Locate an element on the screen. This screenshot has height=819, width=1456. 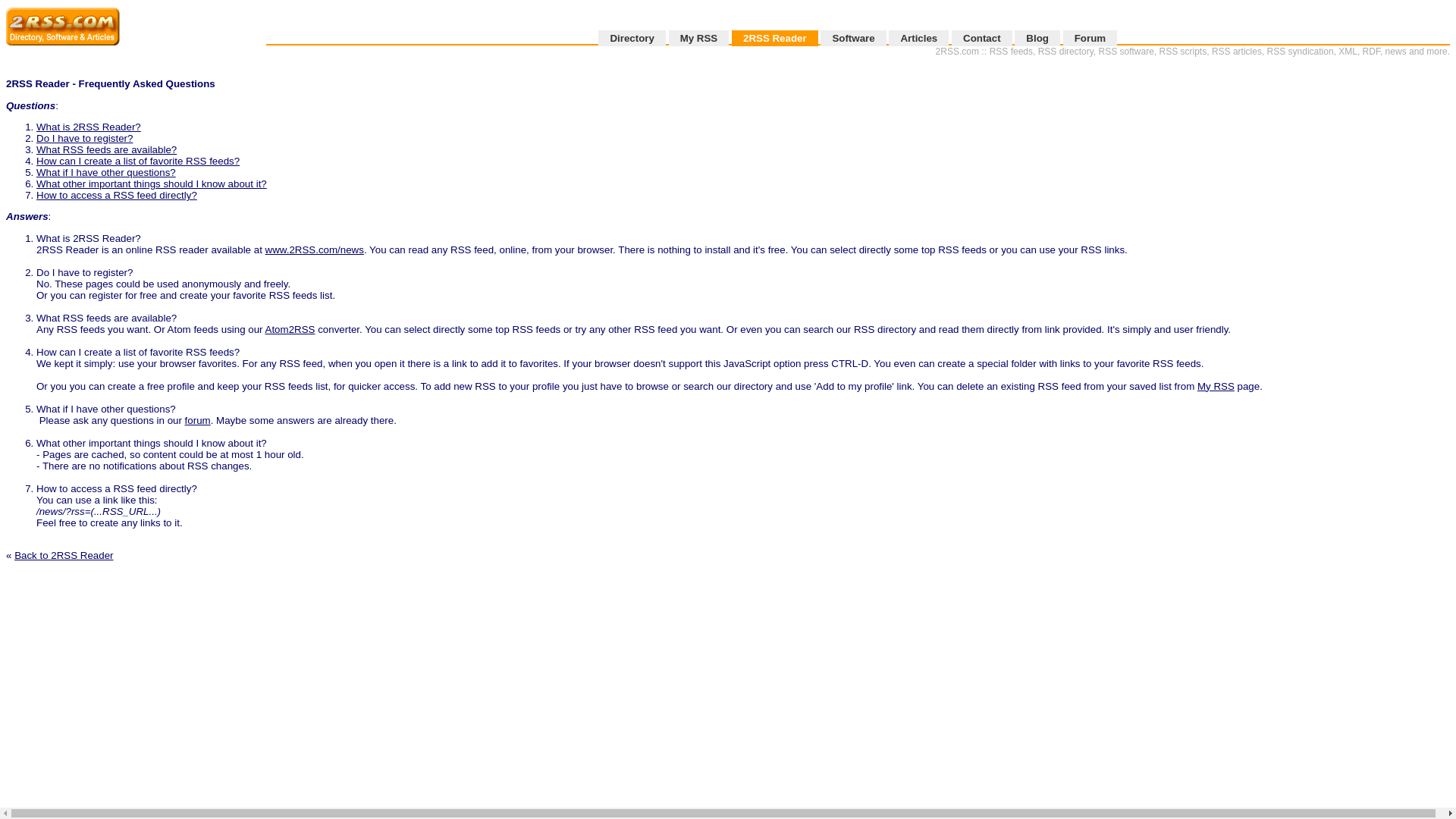
'Software' is located at coordinates (852, 37).